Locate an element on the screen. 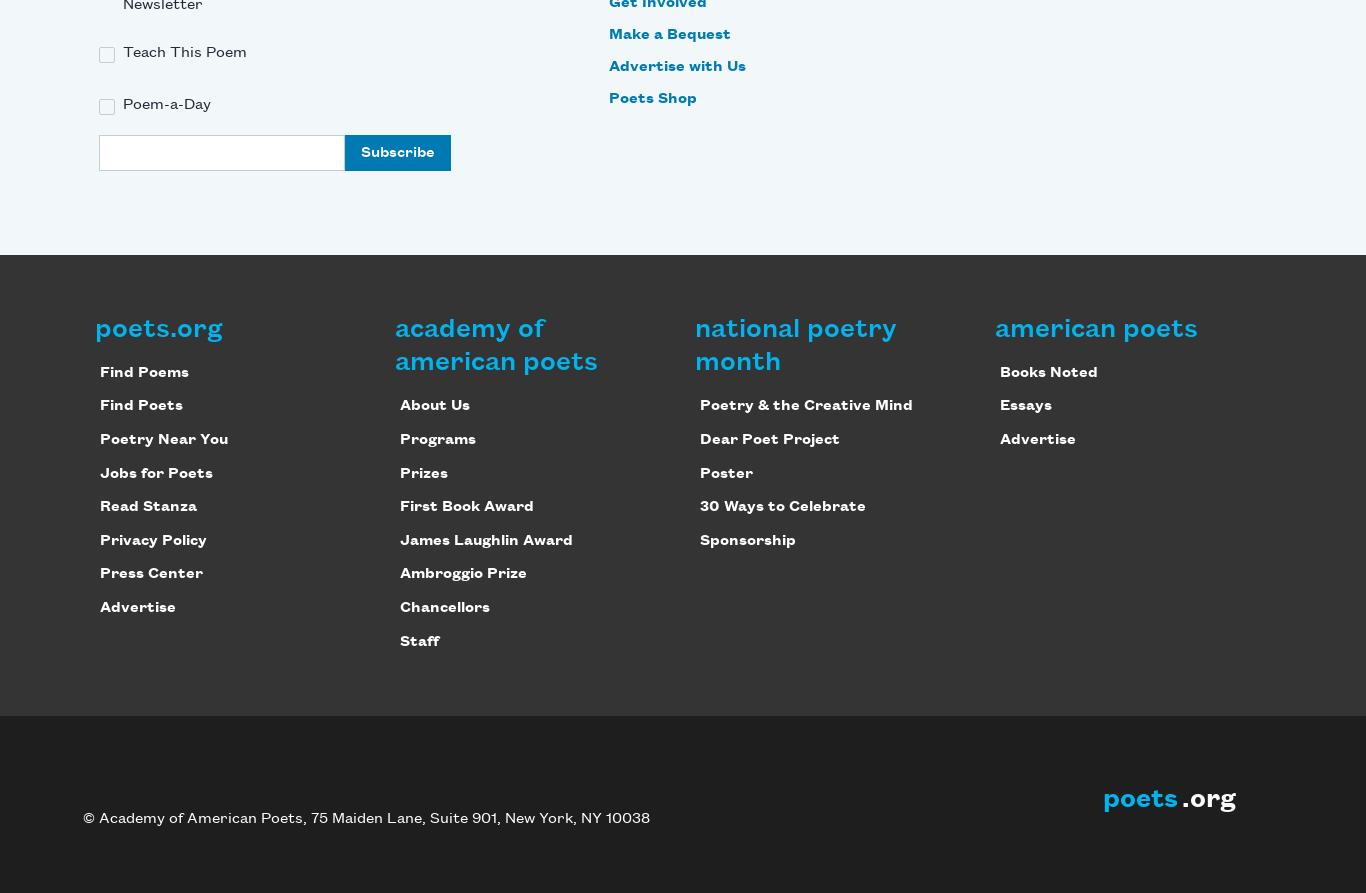 Image resolution: width=1366 pixels, height=893 pixels. 'academy of american poets' is located at coordinates (394, 344).